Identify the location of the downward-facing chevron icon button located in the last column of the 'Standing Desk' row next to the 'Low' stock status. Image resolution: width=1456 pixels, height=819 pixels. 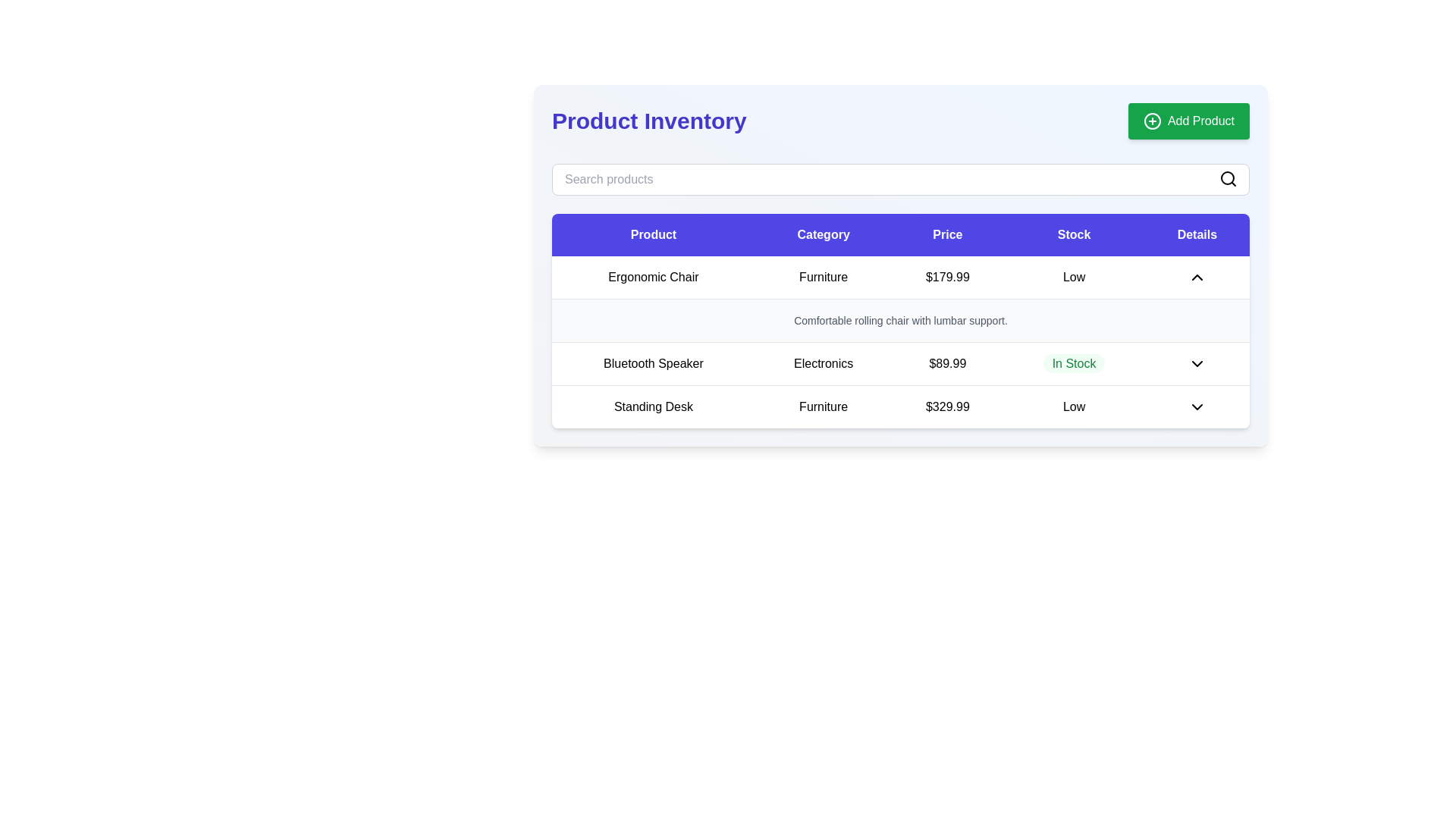
(1196, 406).